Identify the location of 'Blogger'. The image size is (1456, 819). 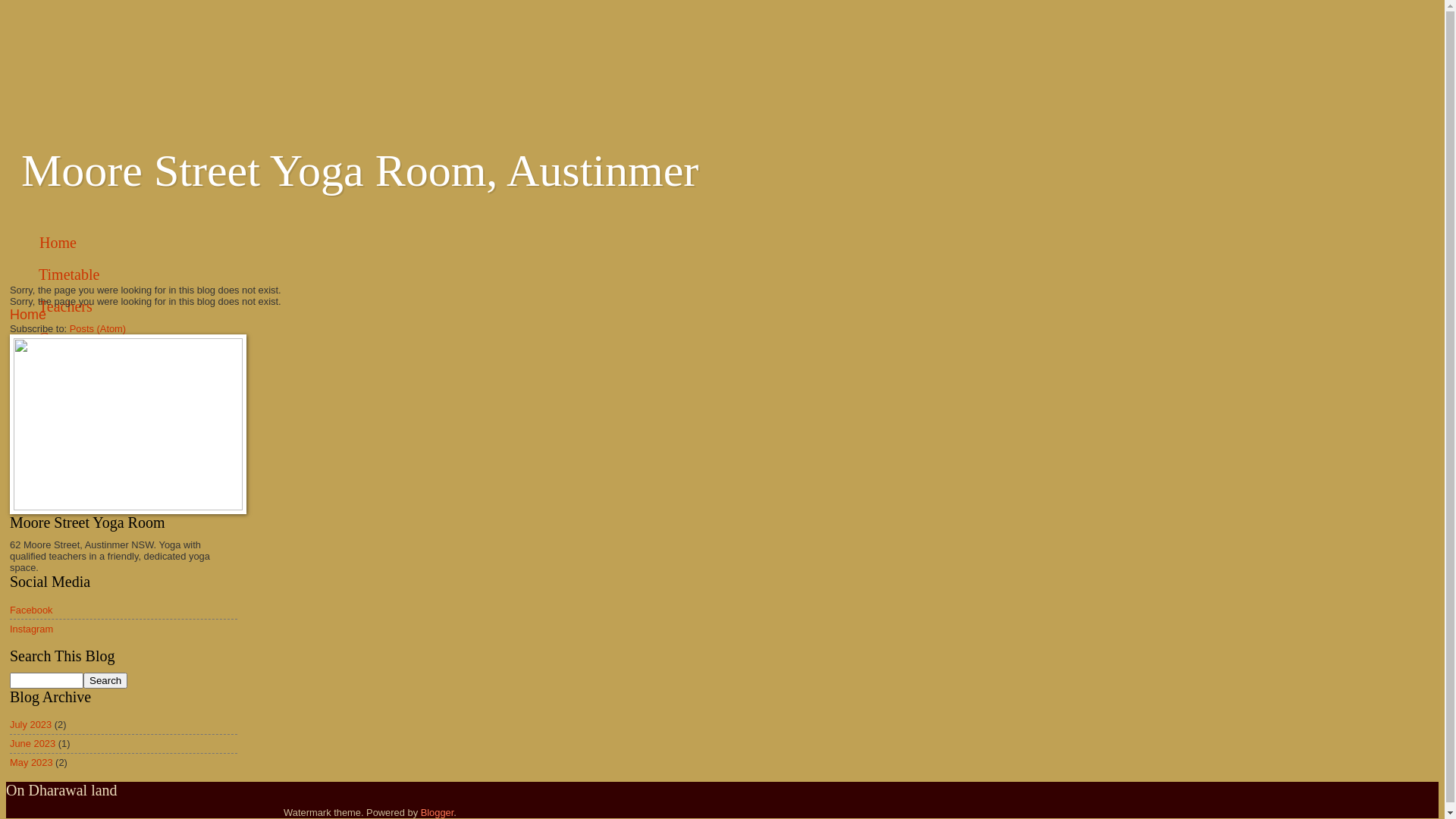
(436, 811).